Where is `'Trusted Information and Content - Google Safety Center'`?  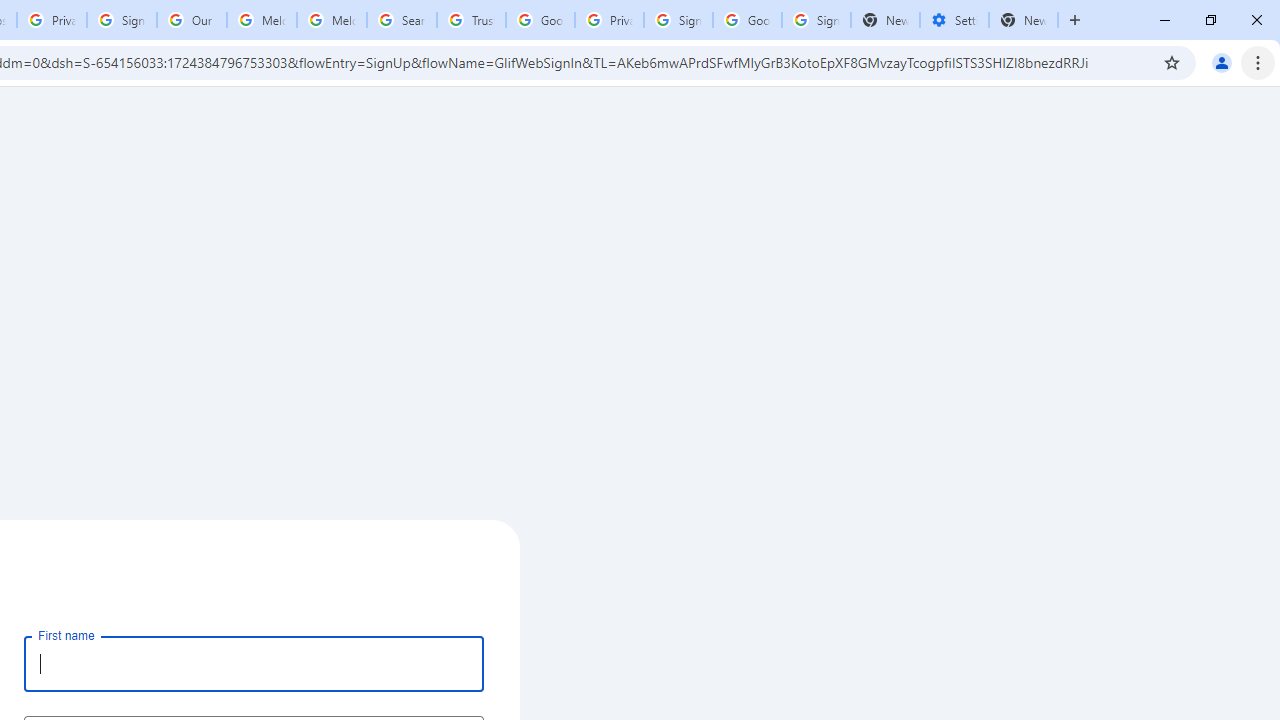 'Trusted Information and Content - Google Safety Center' is located at coordinates (470, 20).